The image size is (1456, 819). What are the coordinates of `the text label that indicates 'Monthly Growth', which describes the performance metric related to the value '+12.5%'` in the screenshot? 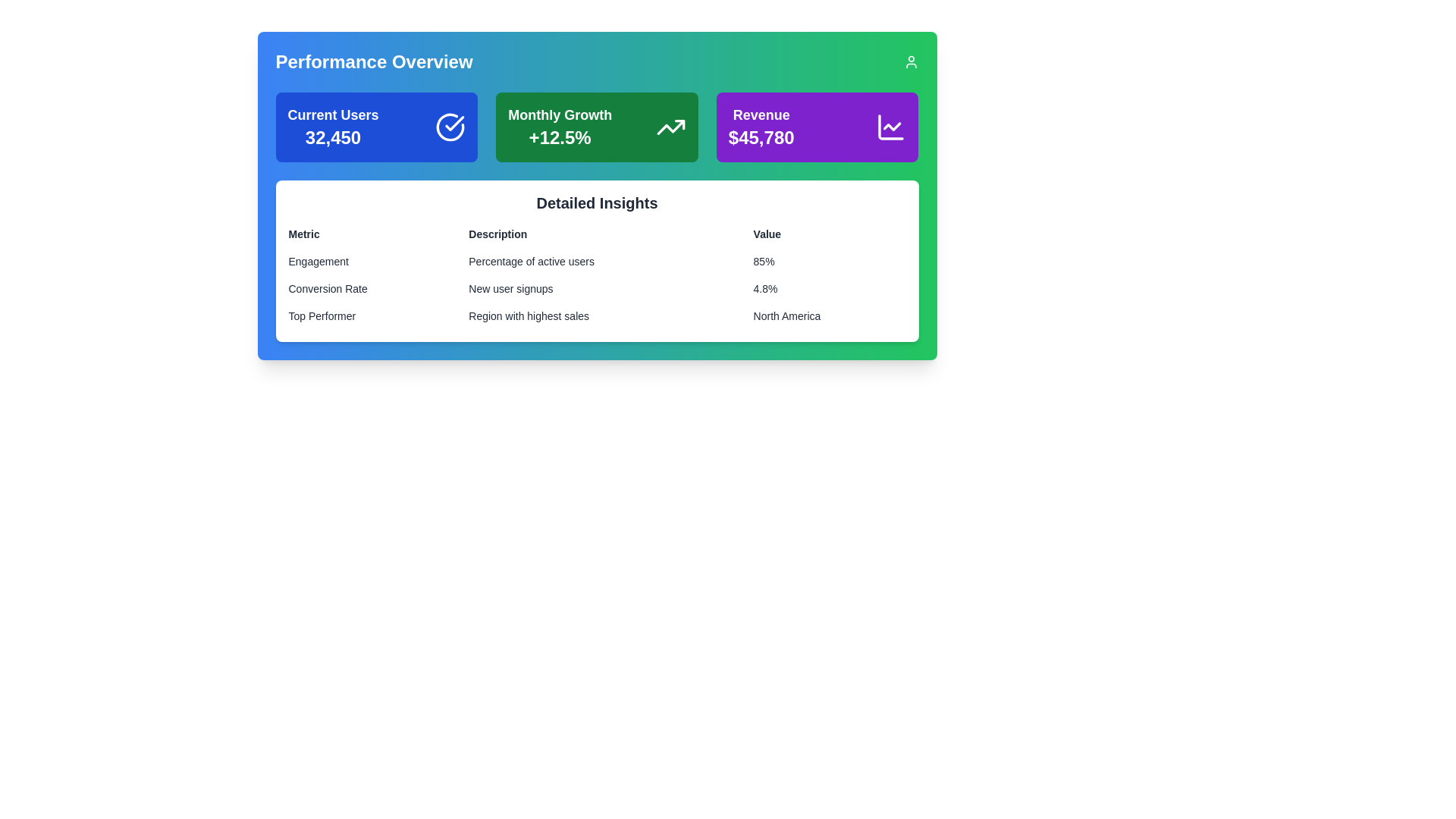 It's located at (559, 114).